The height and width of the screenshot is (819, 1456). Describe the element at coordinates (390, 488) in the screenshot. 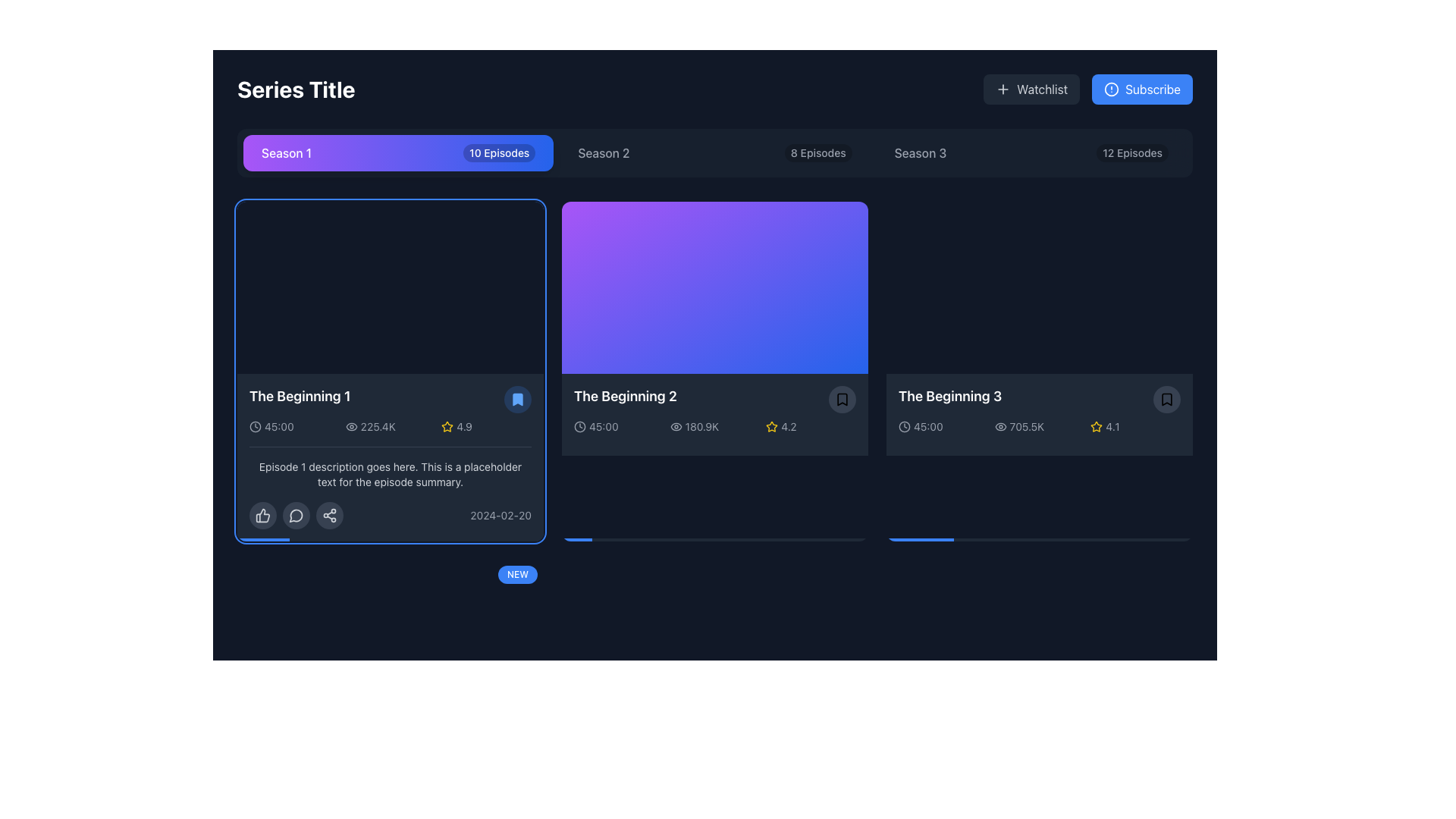

I see `descriptive text block providing episode content and release date for 'The Beginning 1', located beneath the interaction icons within the card` at that location.